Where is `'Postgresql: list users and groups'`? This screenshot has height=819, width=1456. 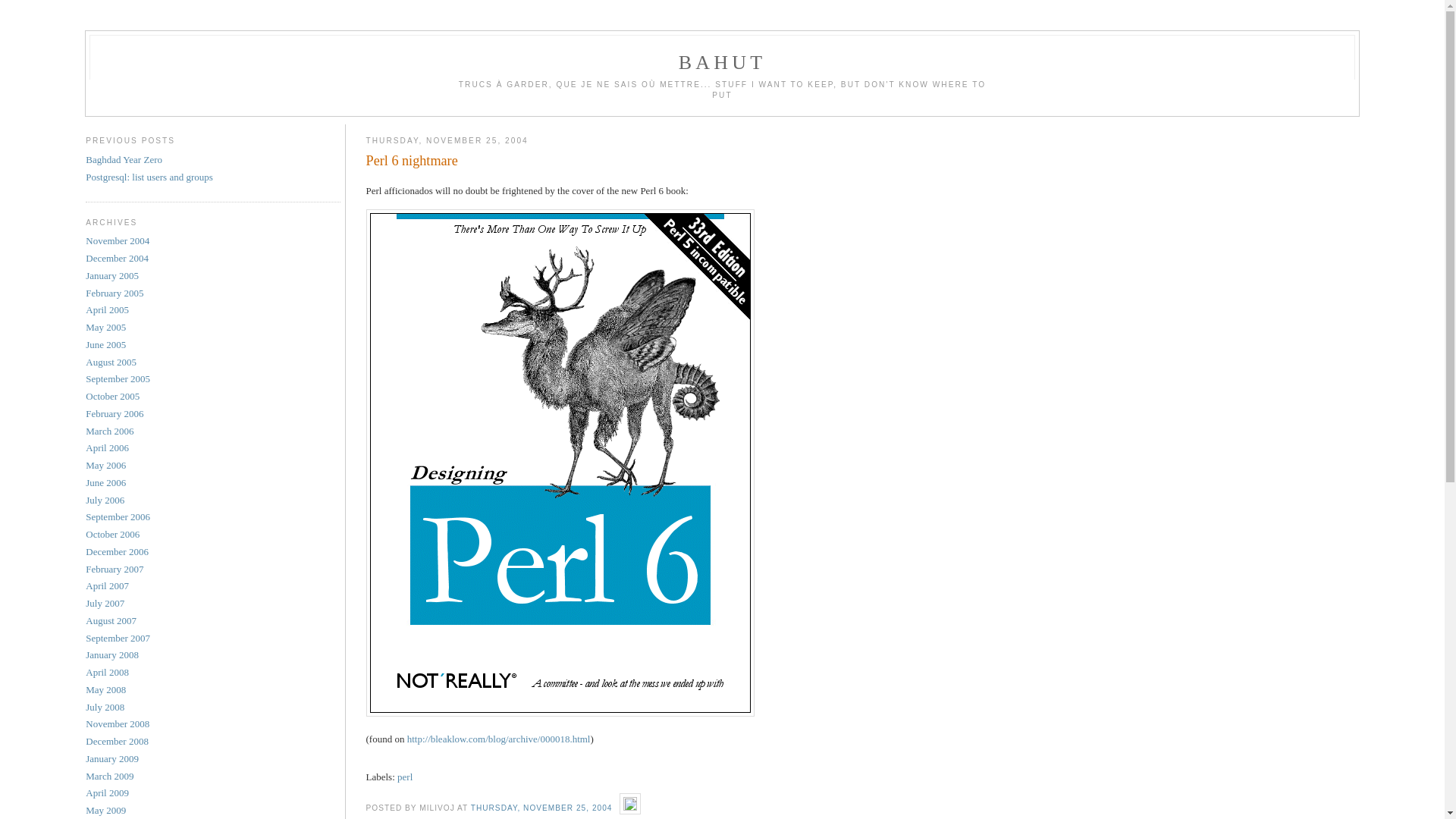 'Postgresql: list users and groups' is located at coordinates (149, 176).